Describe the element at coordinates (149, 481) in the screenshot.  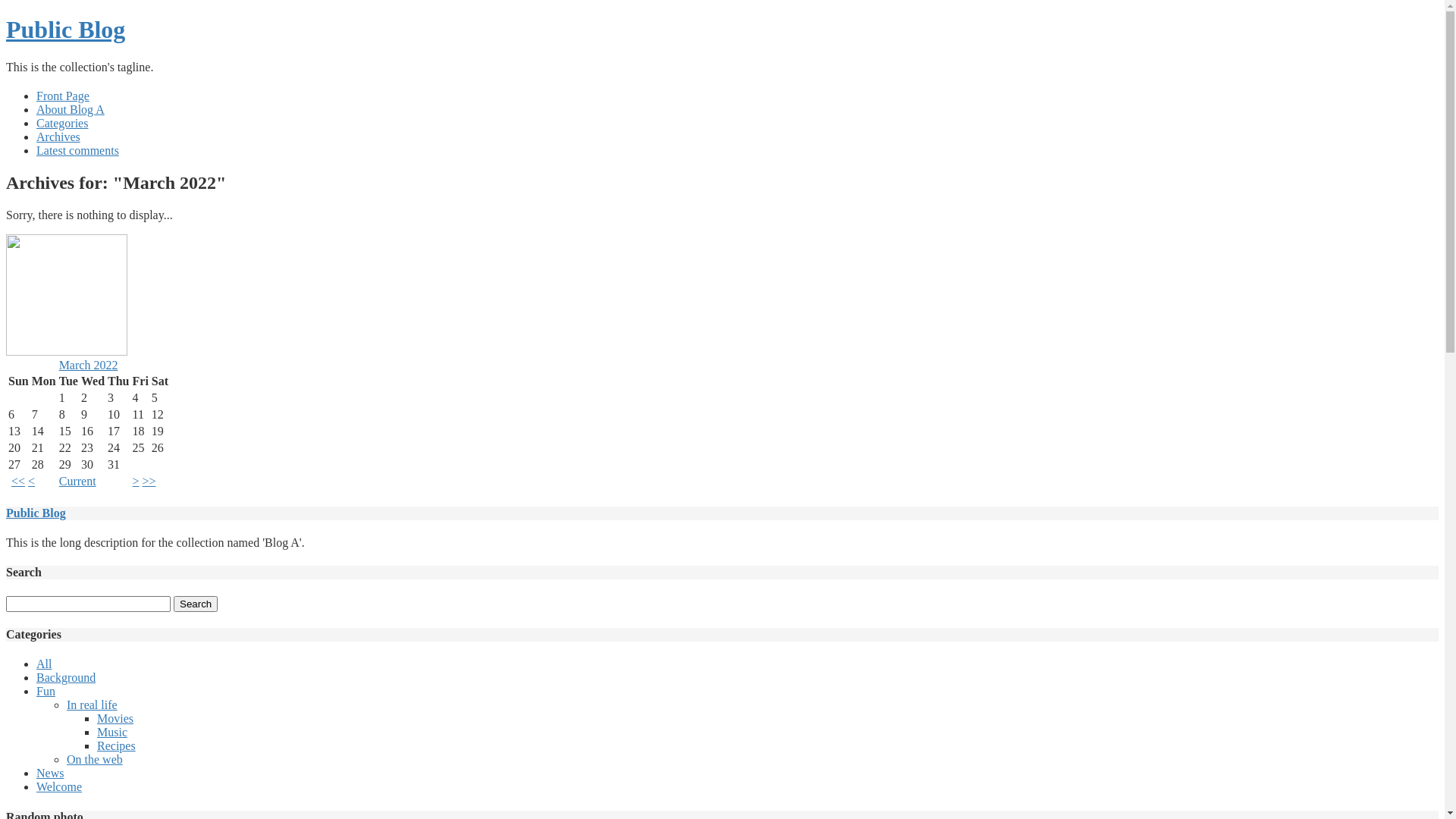
I see `'>>'` at that location.